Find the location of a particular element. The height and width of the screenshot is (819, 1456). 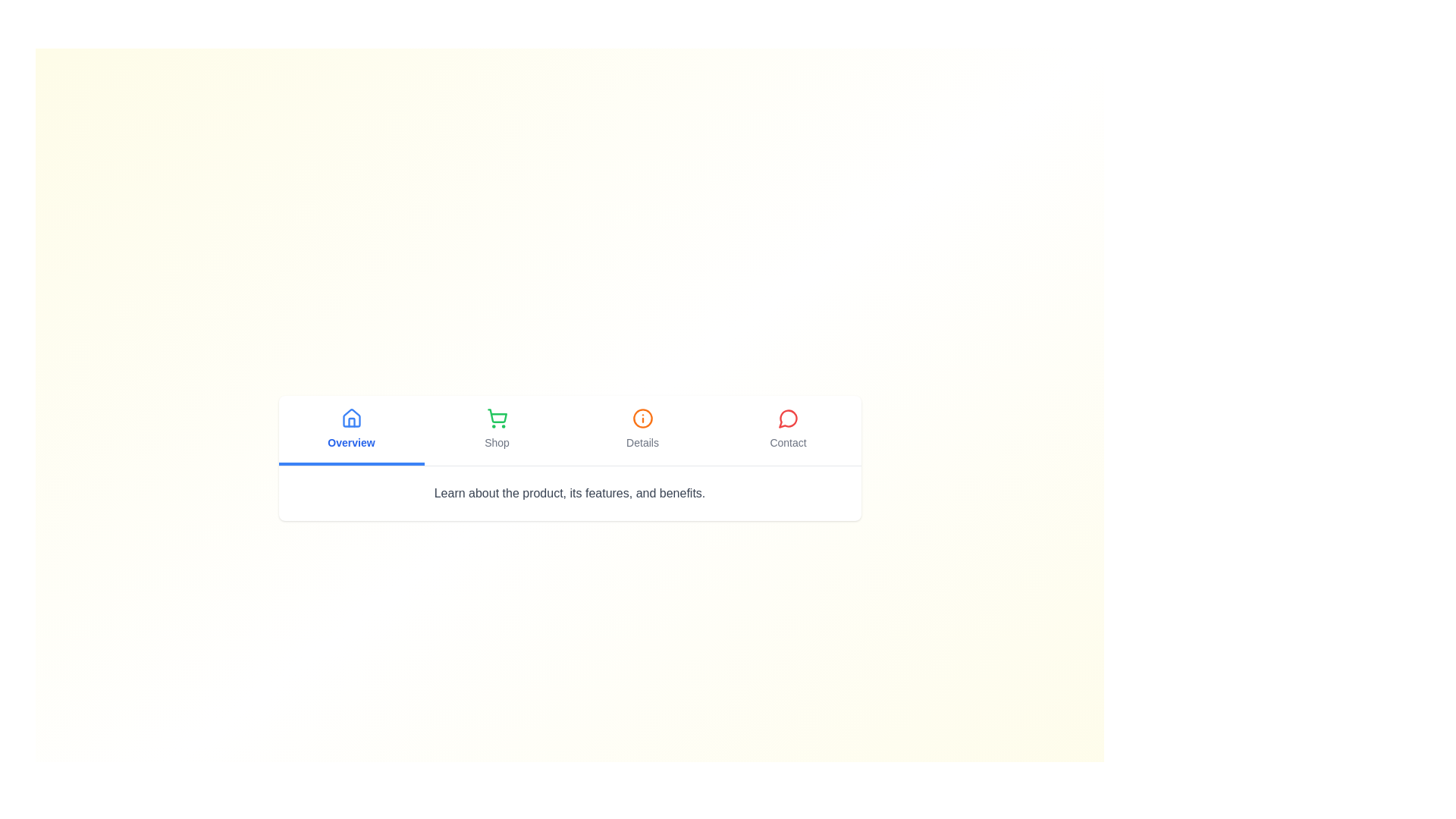

the Details tab to switch to its content is located at coordinates (642, 430).